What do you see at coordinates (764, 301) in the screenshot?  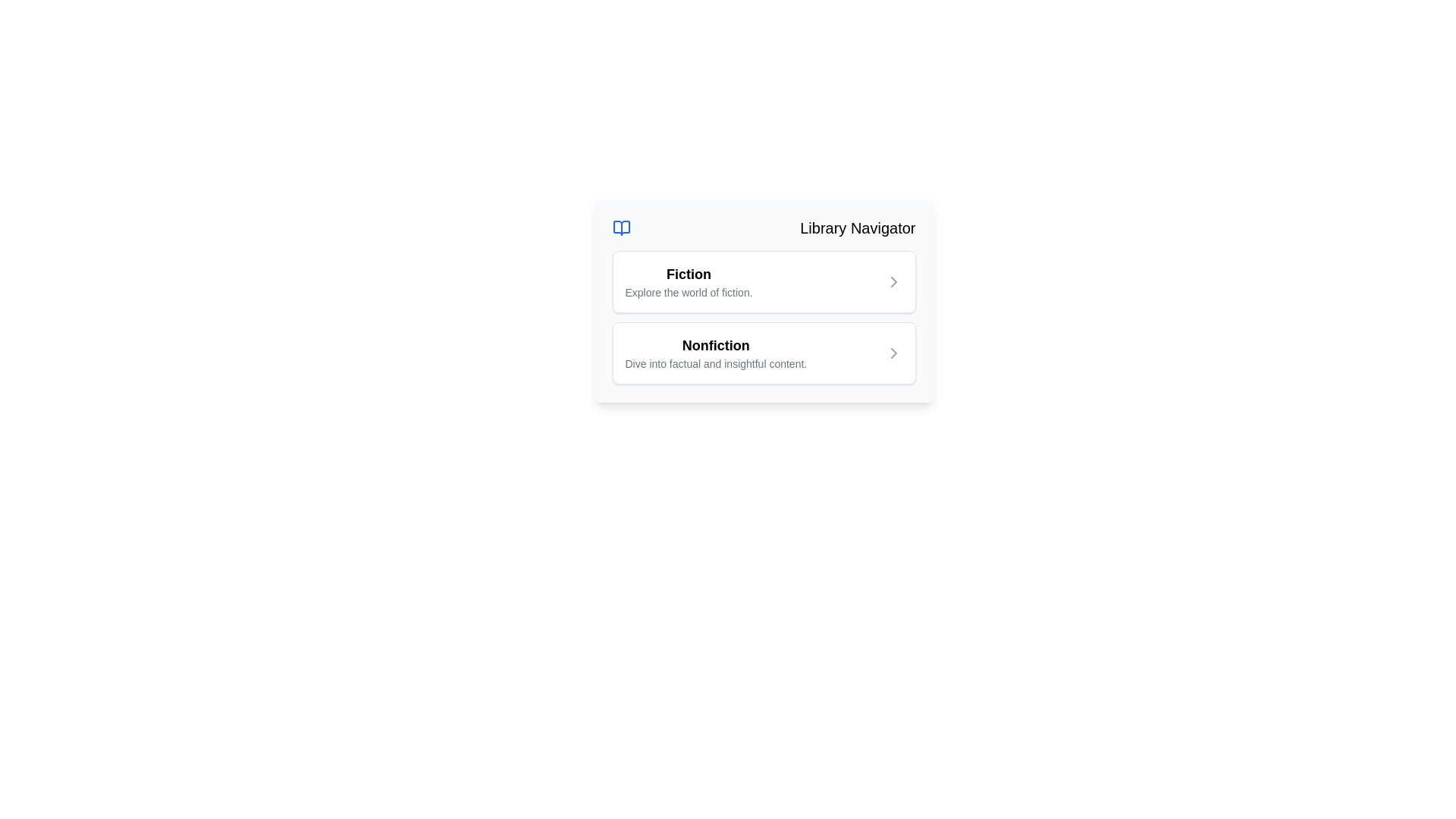 I see `the first interactive card in the Library Navigator section` at bounding box center [764, 301].